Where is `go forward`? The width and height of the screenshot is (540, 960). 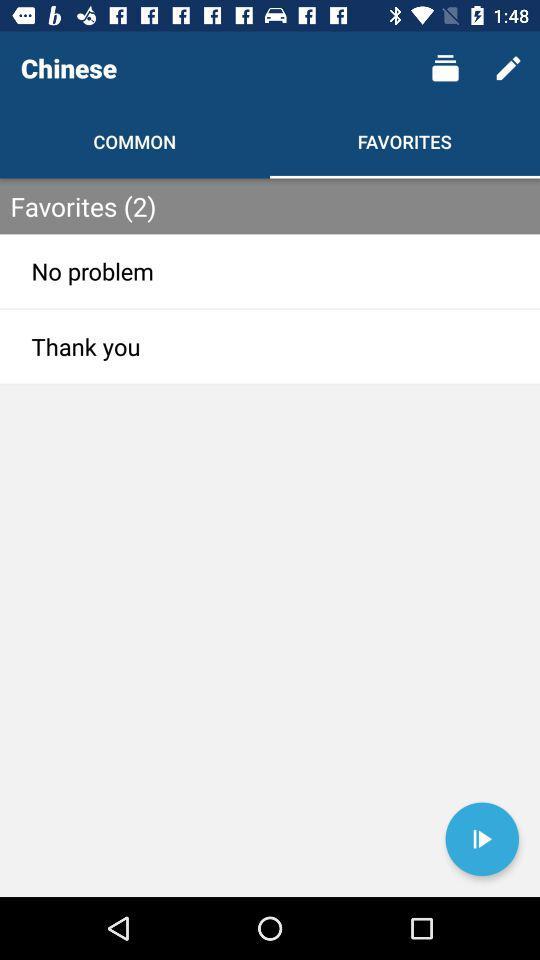
go forward is located at coordinates (481, 839).